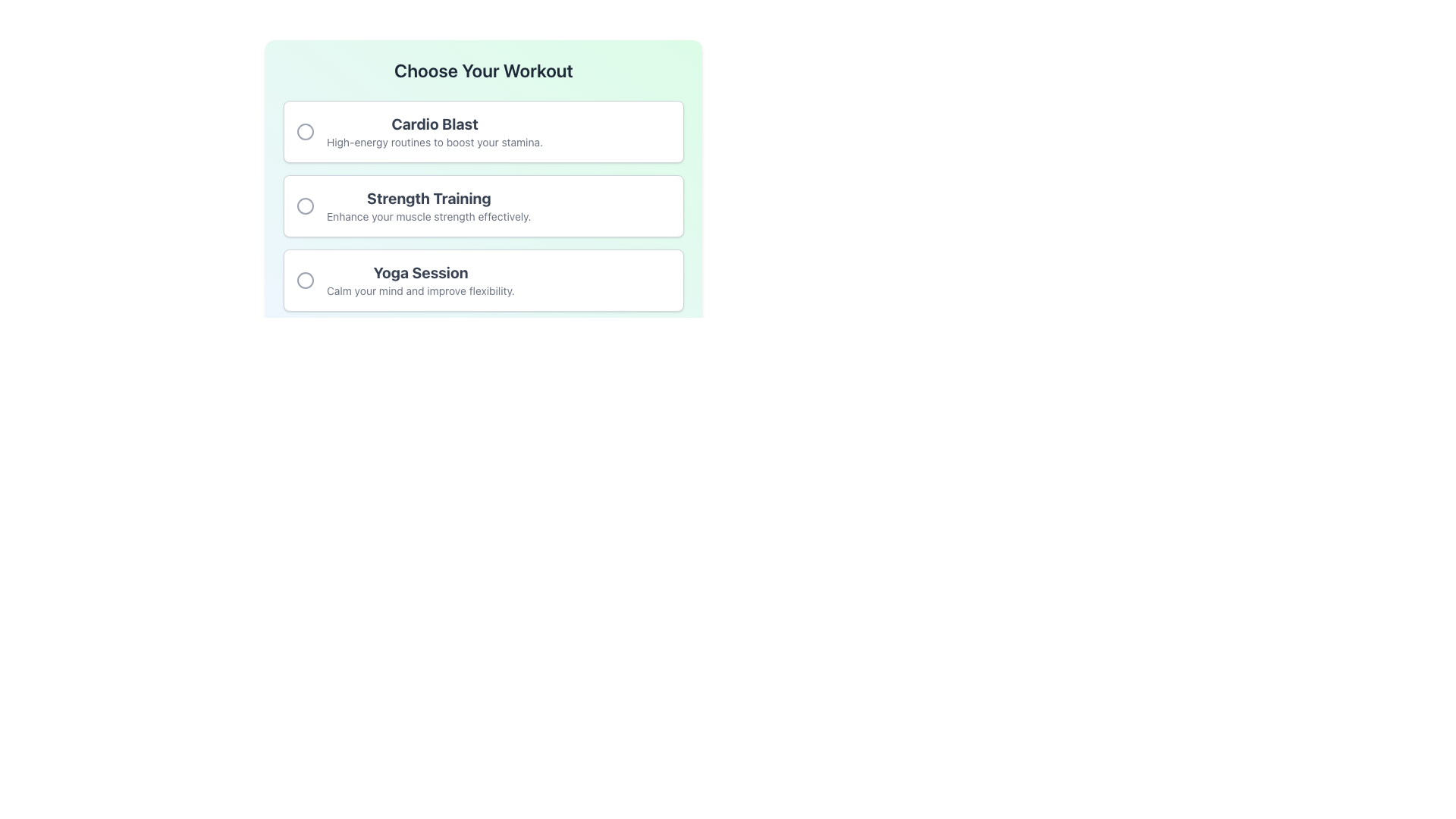  I want to click on title text of the header positioned at the top-center of the workout selection card, serving as an indication of the following content, so click(483, 70).